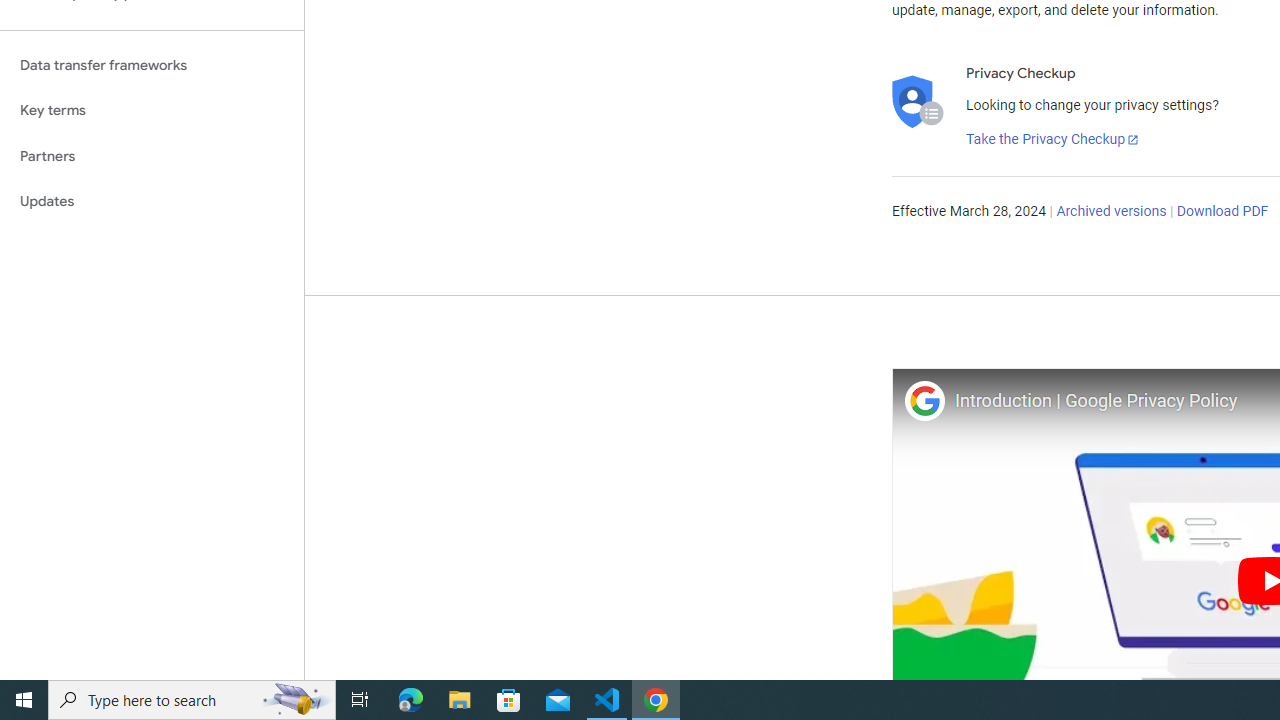 The image size is (1280, 720). What do you see at coordinates (1221, 212) in the screenshot?
I see `'Download PDF'` at bounding box center [1221, 212].